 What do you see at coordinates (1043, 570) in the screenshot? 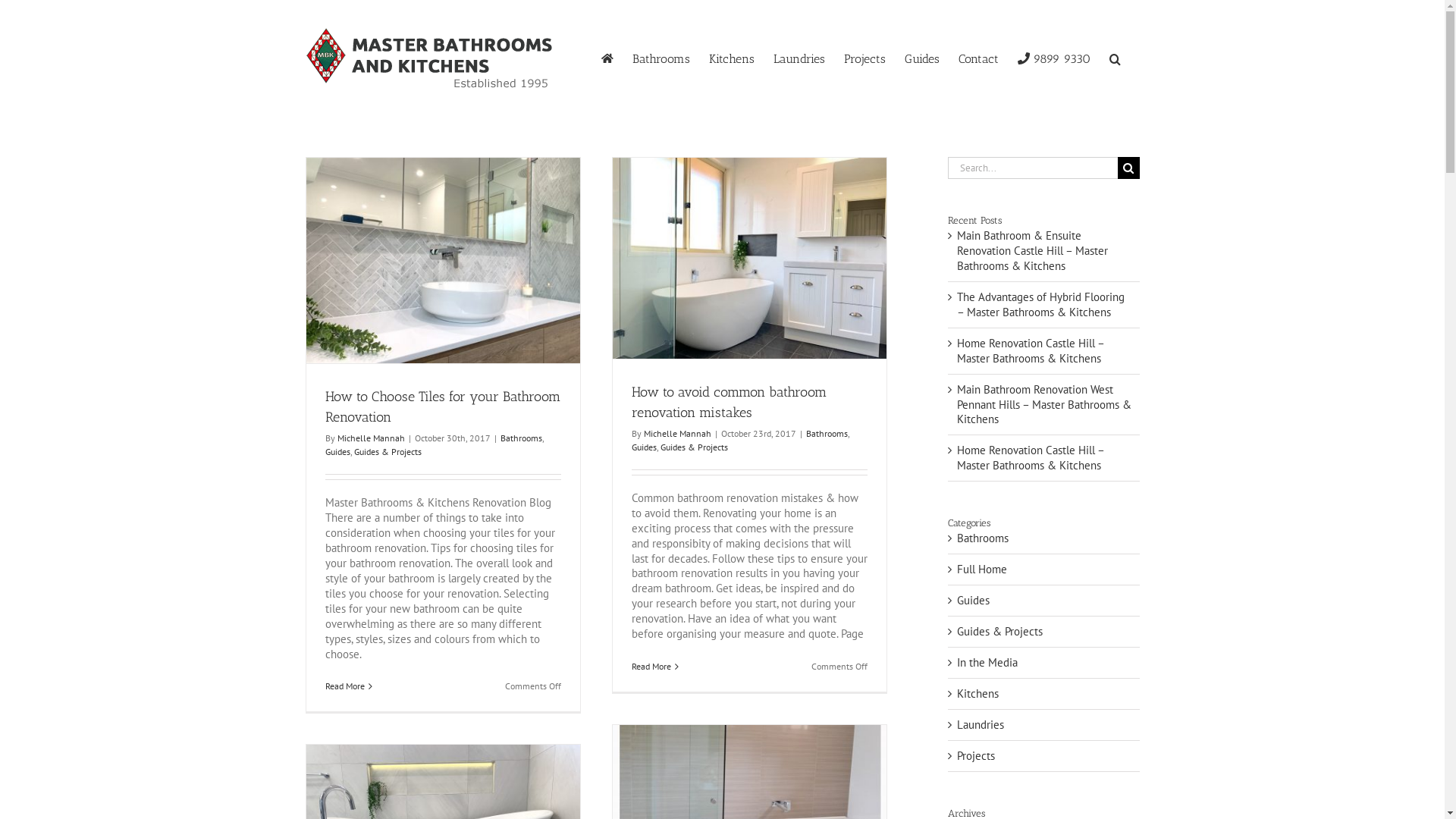
I see `'Full Home'` at bounding box center [1043, 570].